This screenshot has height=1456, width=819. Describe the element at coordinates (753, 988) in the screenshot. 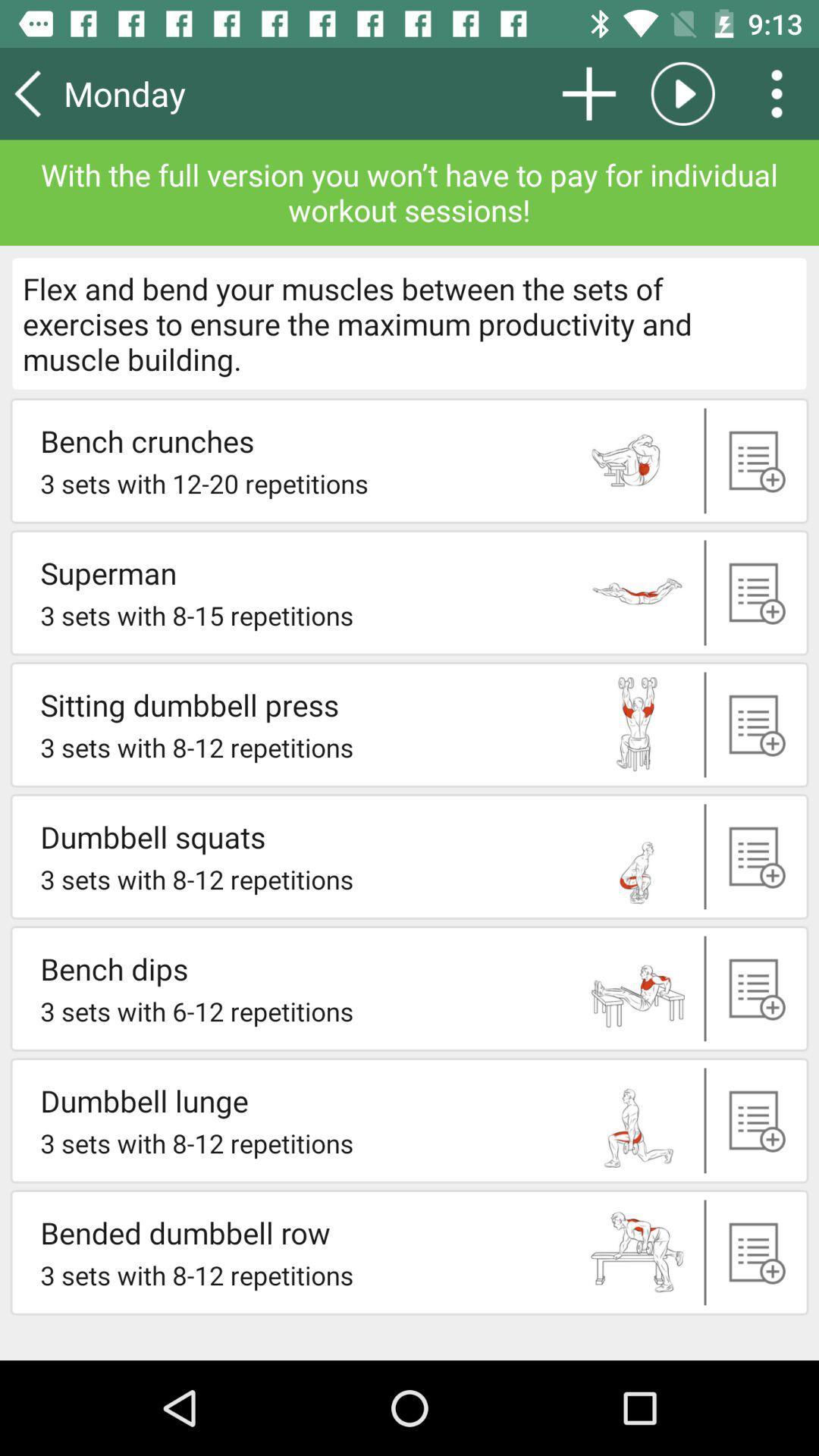

I see `the add icon` at that location.